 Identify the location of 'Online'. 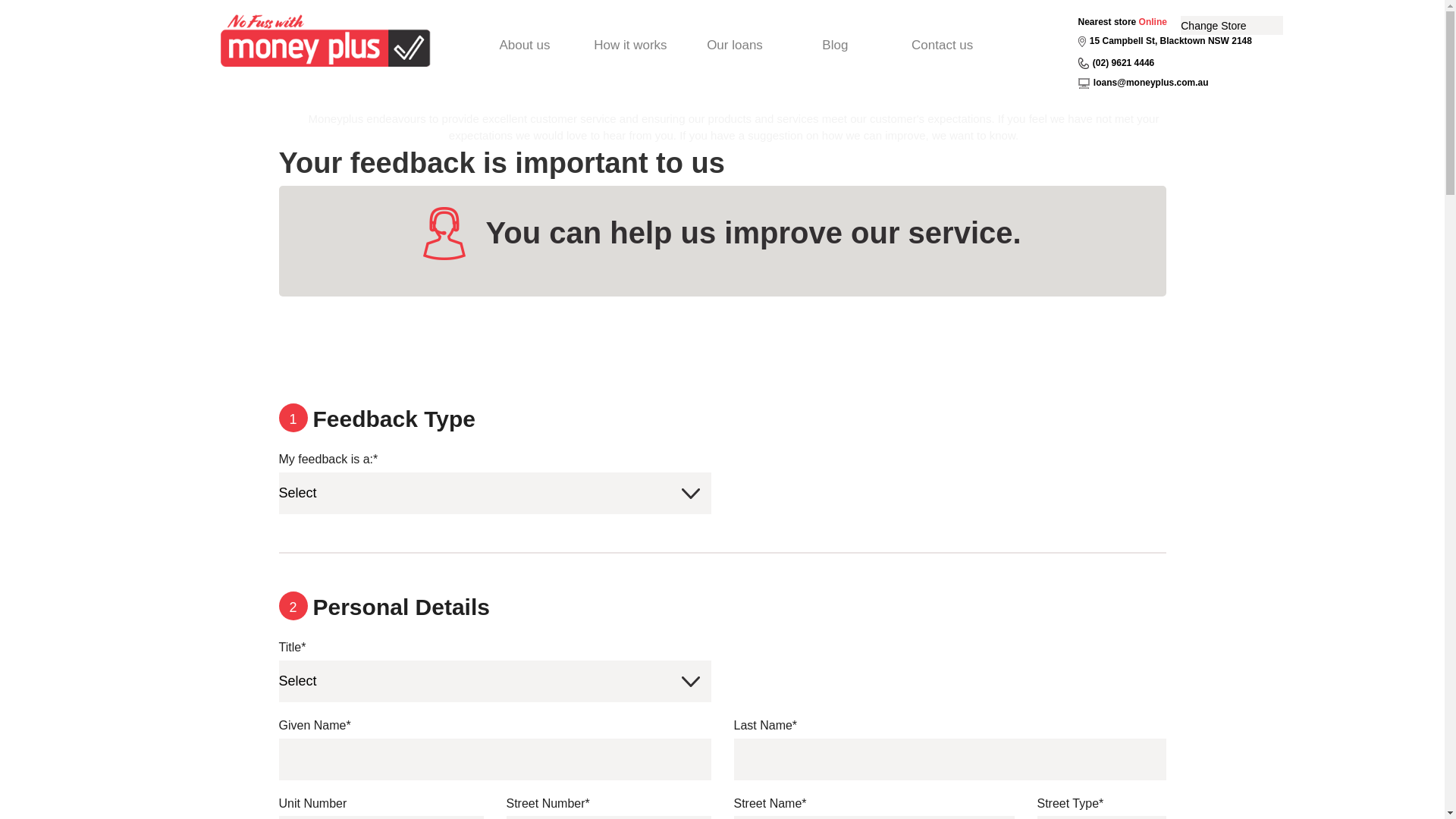
(1153, 22).